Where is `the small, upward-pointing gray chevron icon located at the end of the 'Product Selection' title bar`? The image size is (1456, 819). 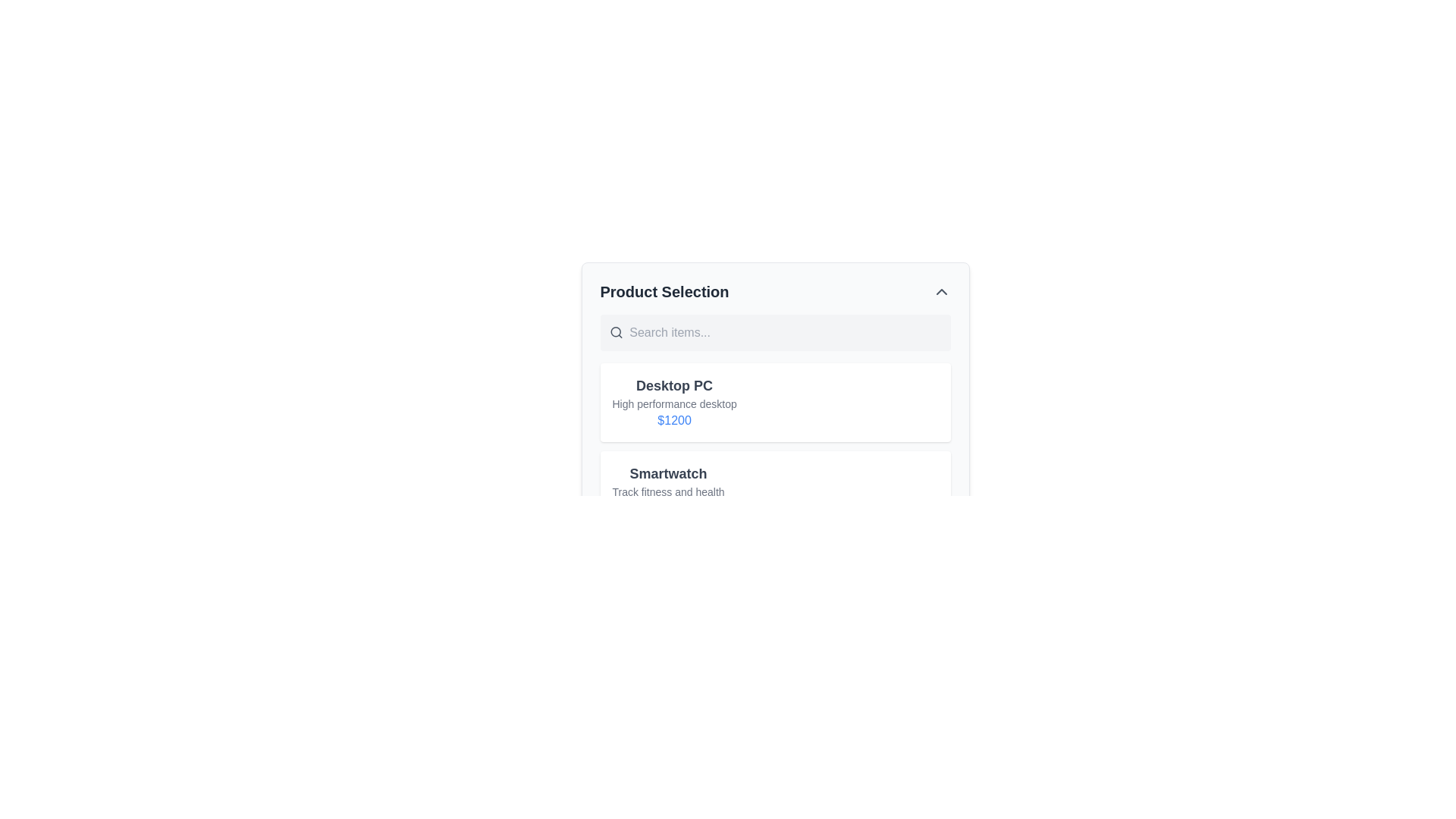
the small, upward-pointing gray chevron icon located at the end of the 'Product Selection' title bar is located at coordinates (940, 292).